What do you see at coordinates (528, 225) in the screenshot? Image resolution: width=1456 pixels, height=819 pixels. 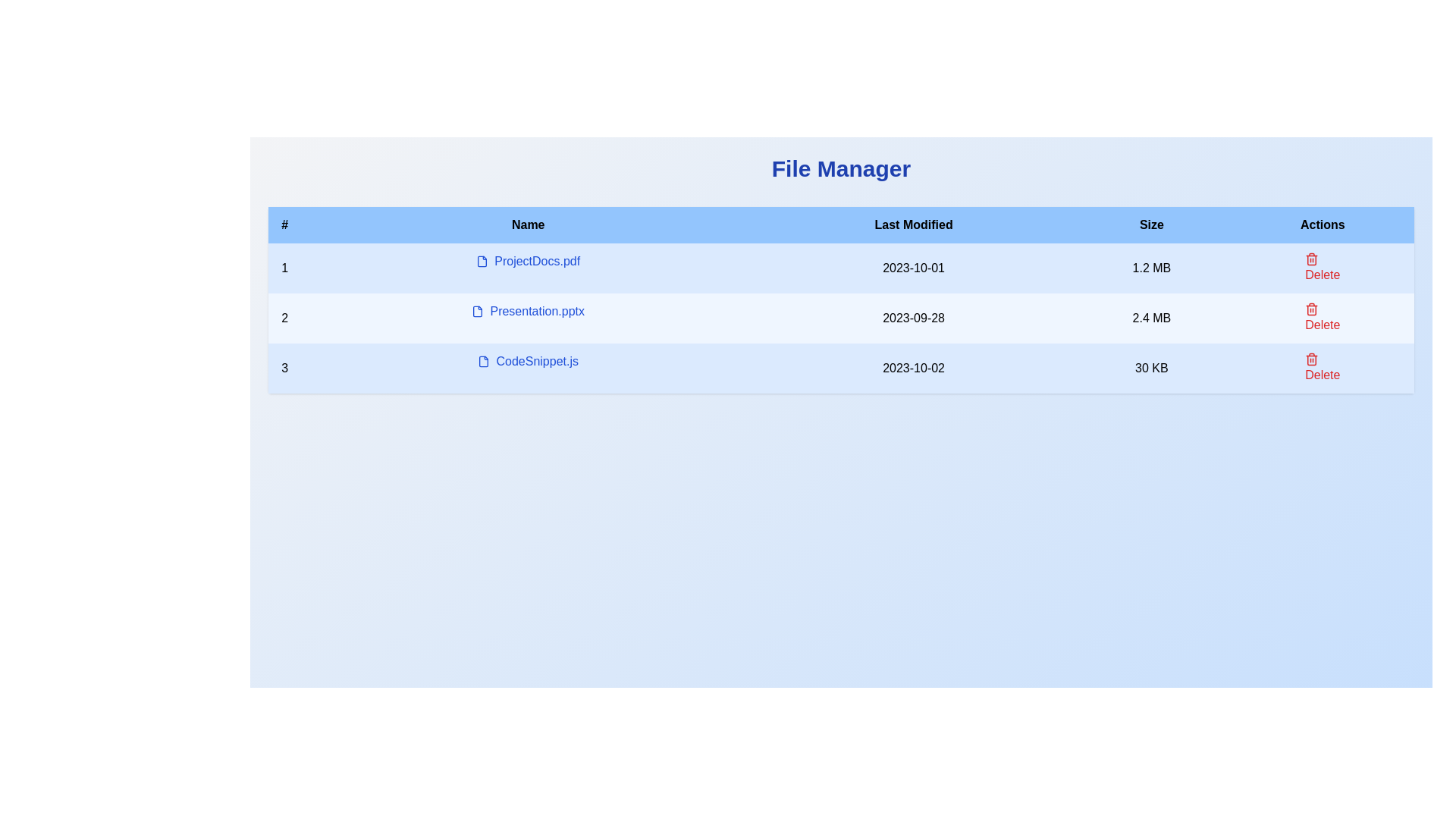 I see `the 'Name' column header in the table, which is the second column header located between the '#' header and the 'Last Modified' header` at bounding box center [528, 225].